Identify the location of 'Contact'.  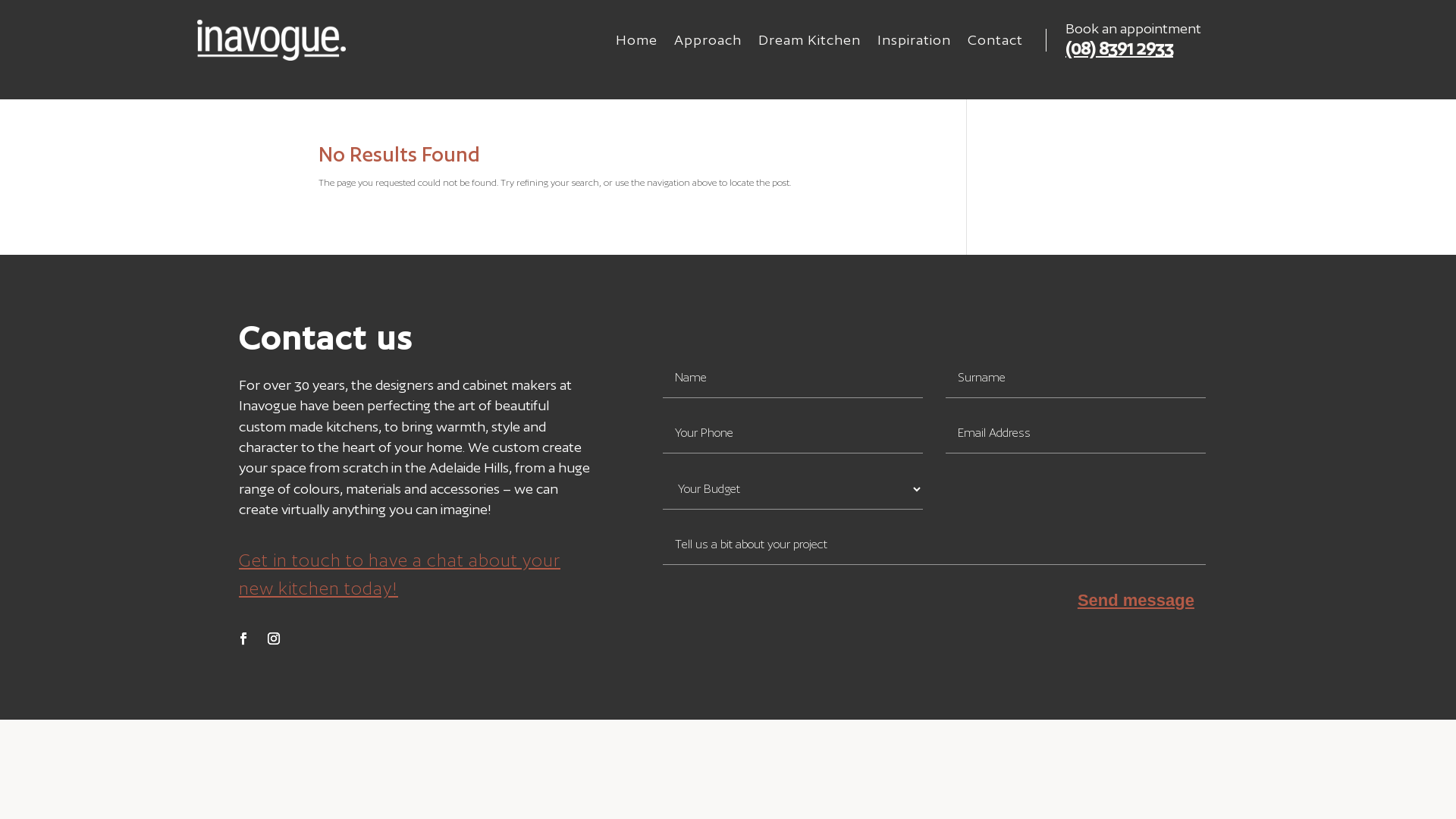
(967, 42).